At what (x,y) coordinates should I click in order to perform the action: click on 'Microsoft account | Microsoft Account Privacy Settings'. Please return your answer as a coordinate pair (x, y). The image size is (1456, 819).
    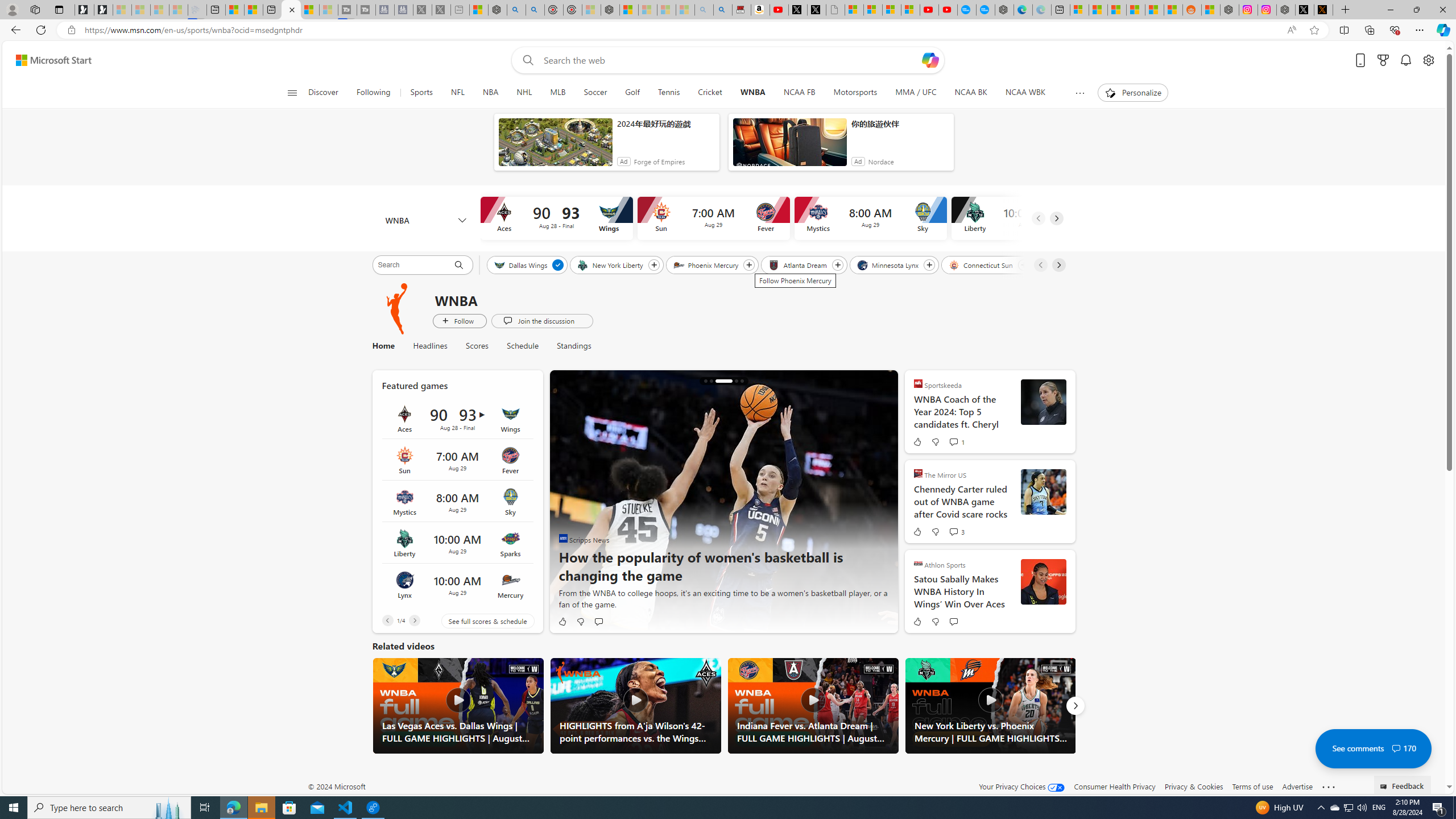
    Looking at the image, I should click on (1079, 9).